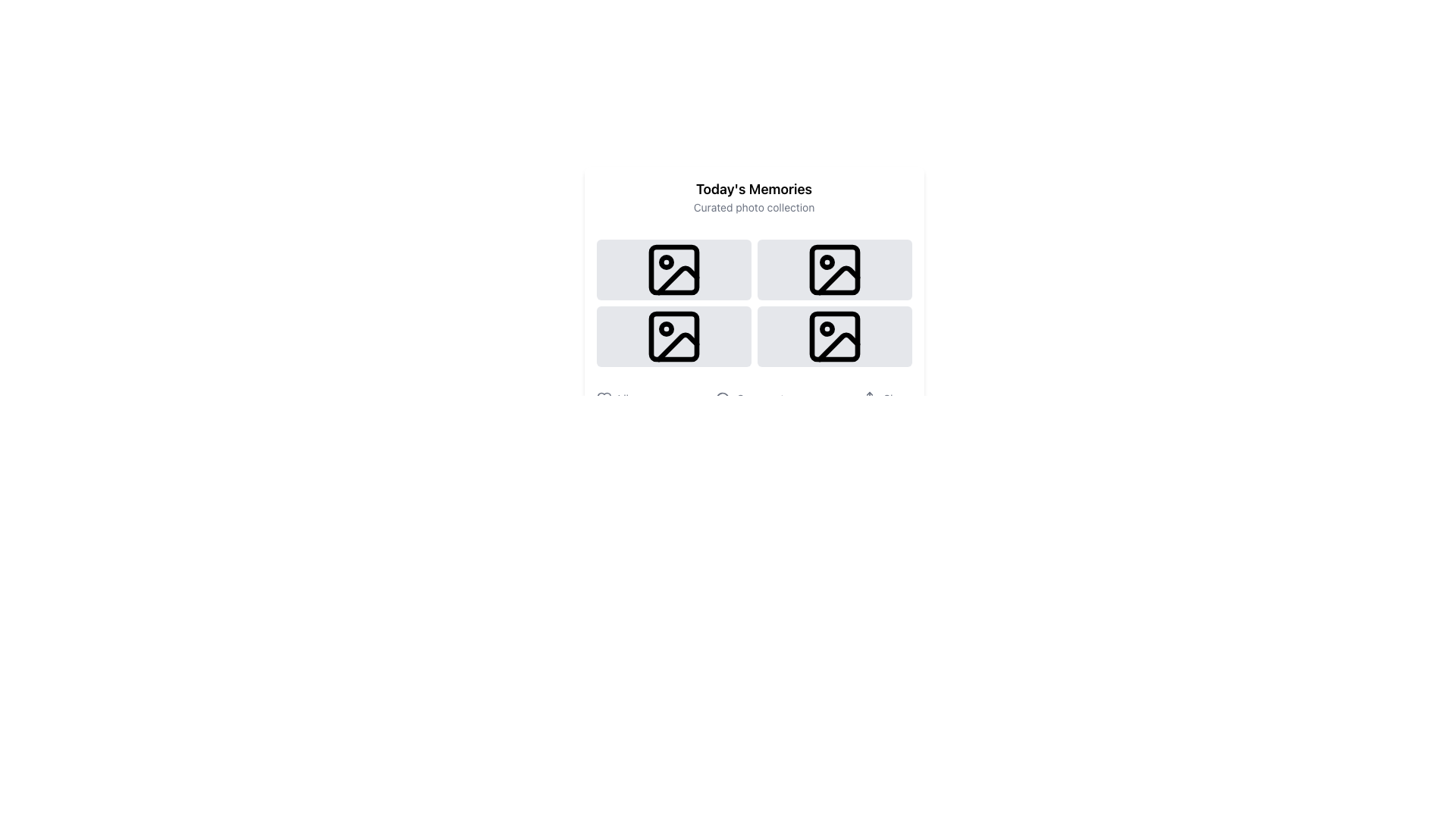 Image resolution: width=1456 pixels, height=819 pixels. What do you see at coordinates (833, 268) in the screenshot?
I see `the image placeholder element, which is styled with a light gray background and contains a black outlined image icon, located towards the top center-right of the interface` at bounding box center [833, 268].